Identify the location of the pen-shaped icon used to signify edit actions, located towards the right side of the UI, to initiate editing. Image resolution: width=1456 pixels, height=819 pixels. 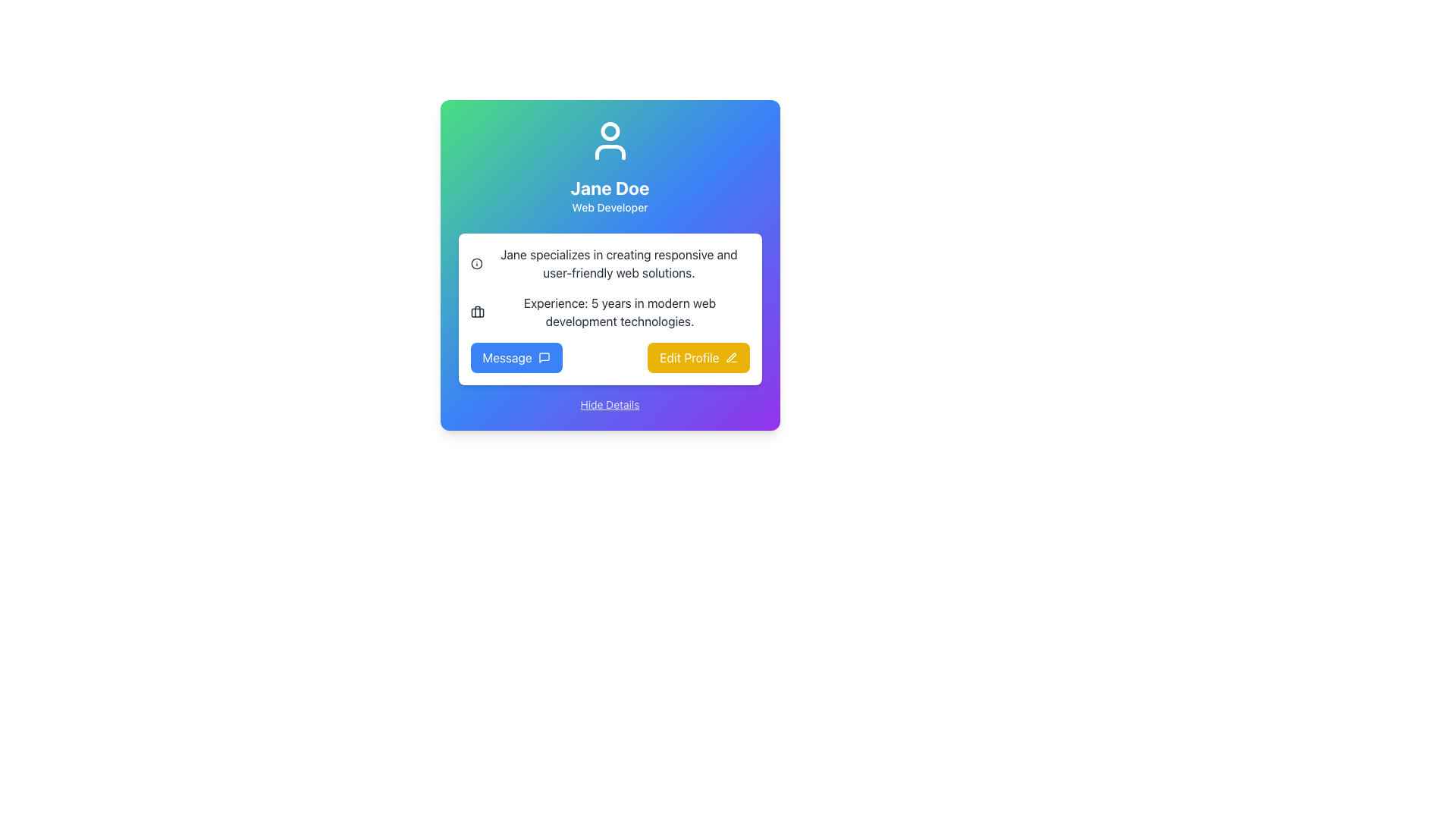
(731, 357).